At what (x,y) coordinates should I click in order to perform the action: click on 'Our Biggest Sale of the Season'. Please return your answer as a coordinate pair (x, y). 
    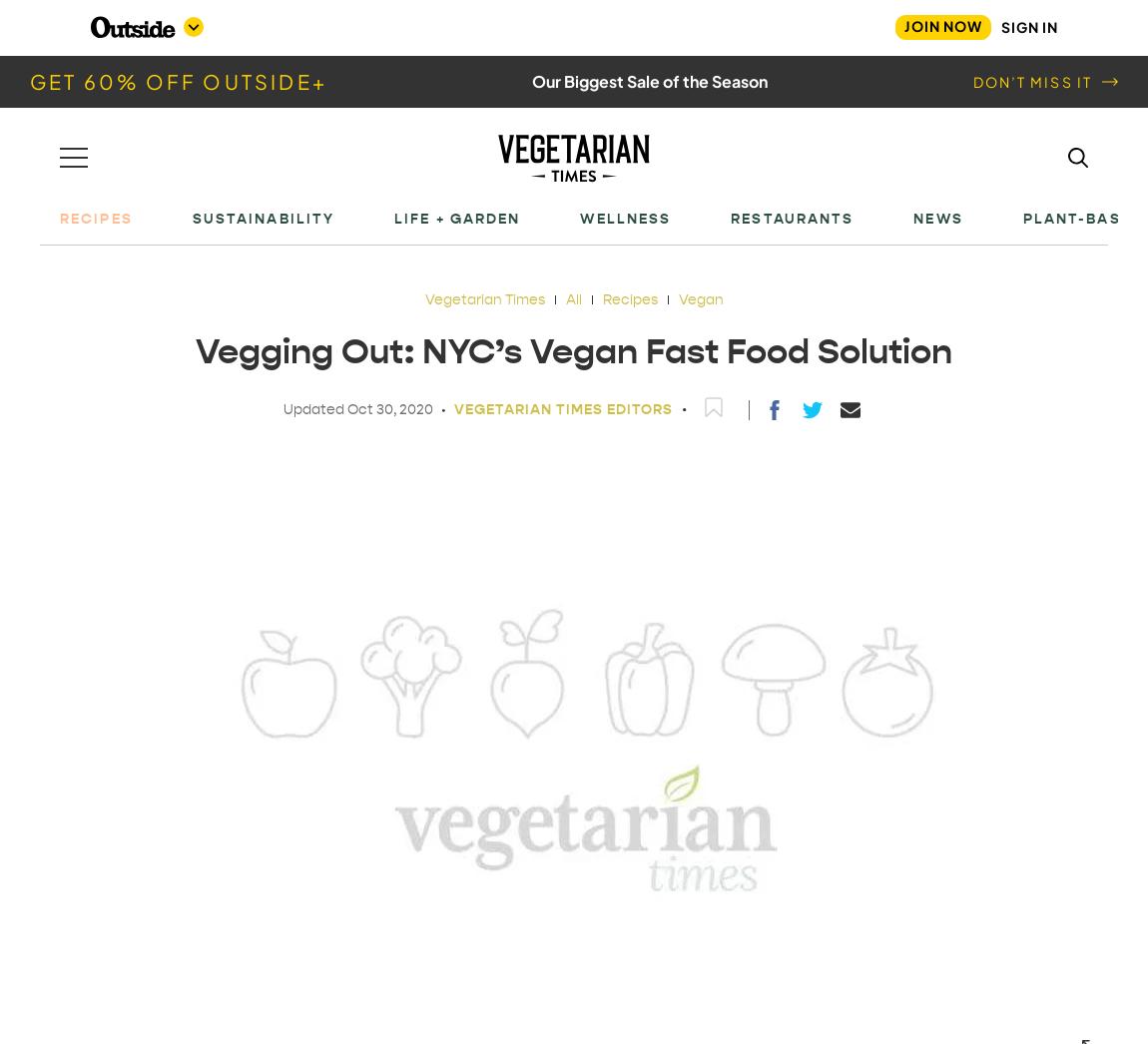
    Looking at the image, I should click on (532, 81).